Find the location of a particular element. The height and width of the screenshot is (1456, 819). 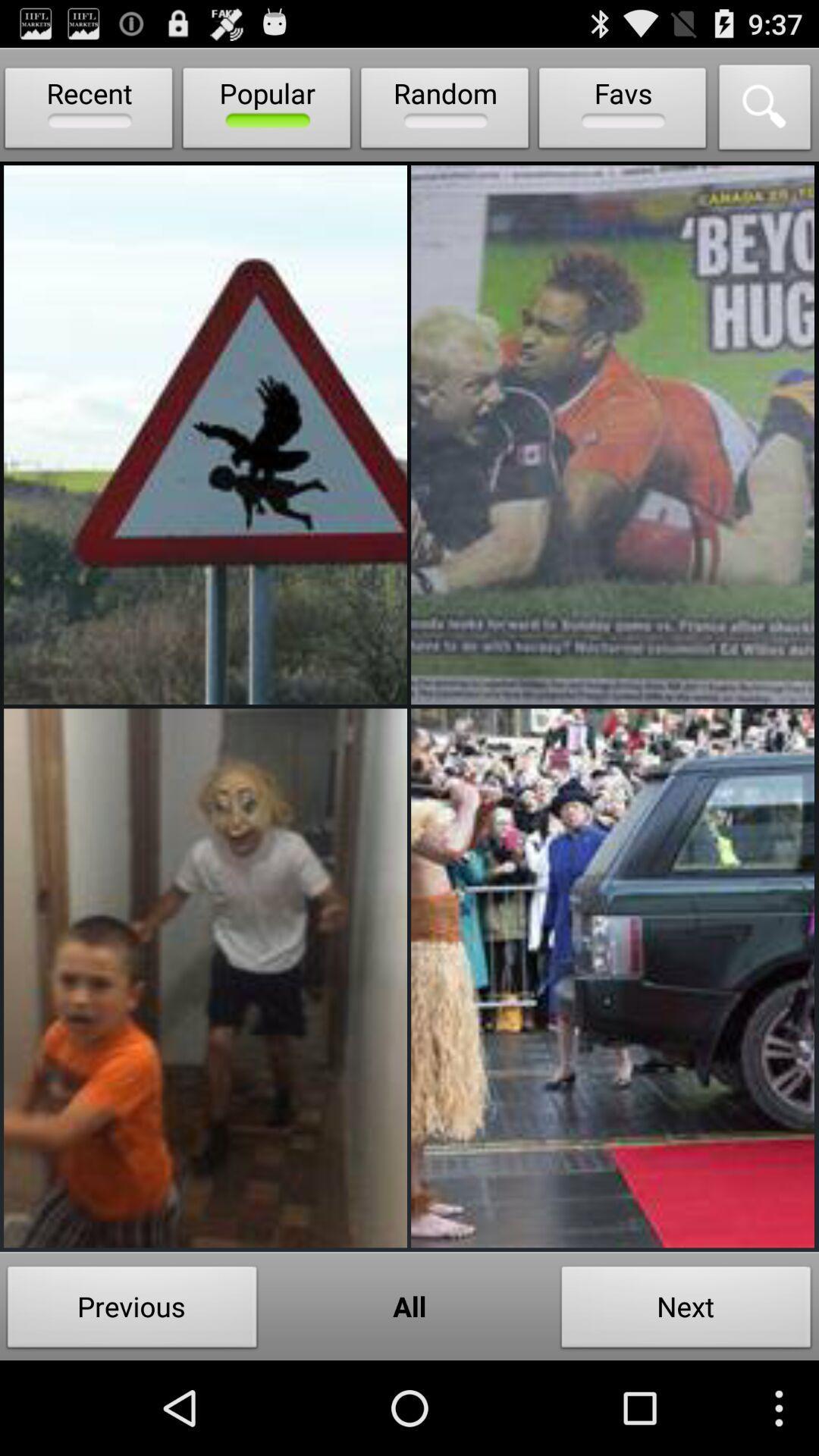

search is located at coordinates (765, 111).